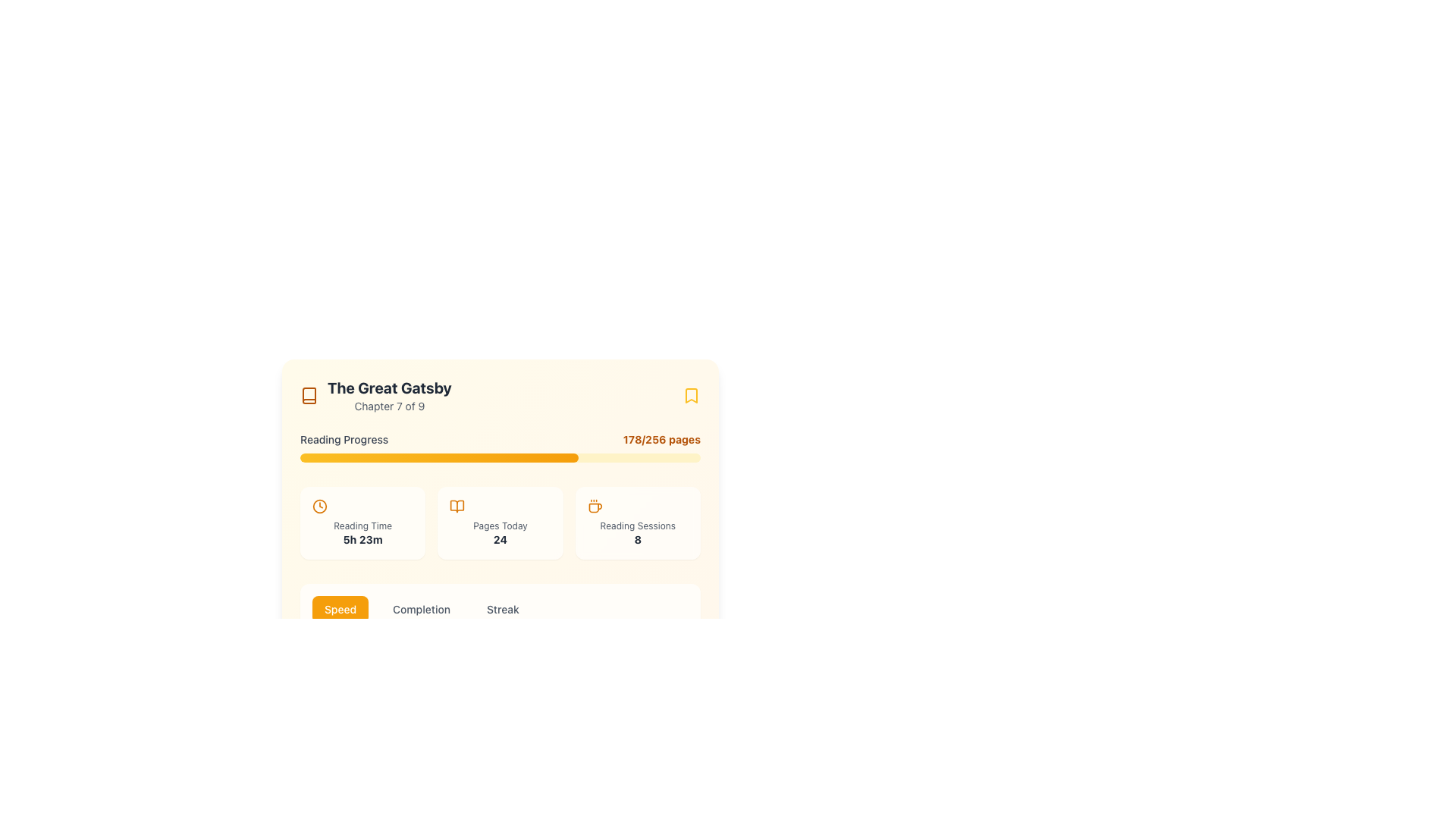 This screenshot has width=1456, height=819. I want to click on the book icon representing the 'Pages Today' metric, located above the text 'Pages Today' and to the left of the number '24', so click(457, 506).